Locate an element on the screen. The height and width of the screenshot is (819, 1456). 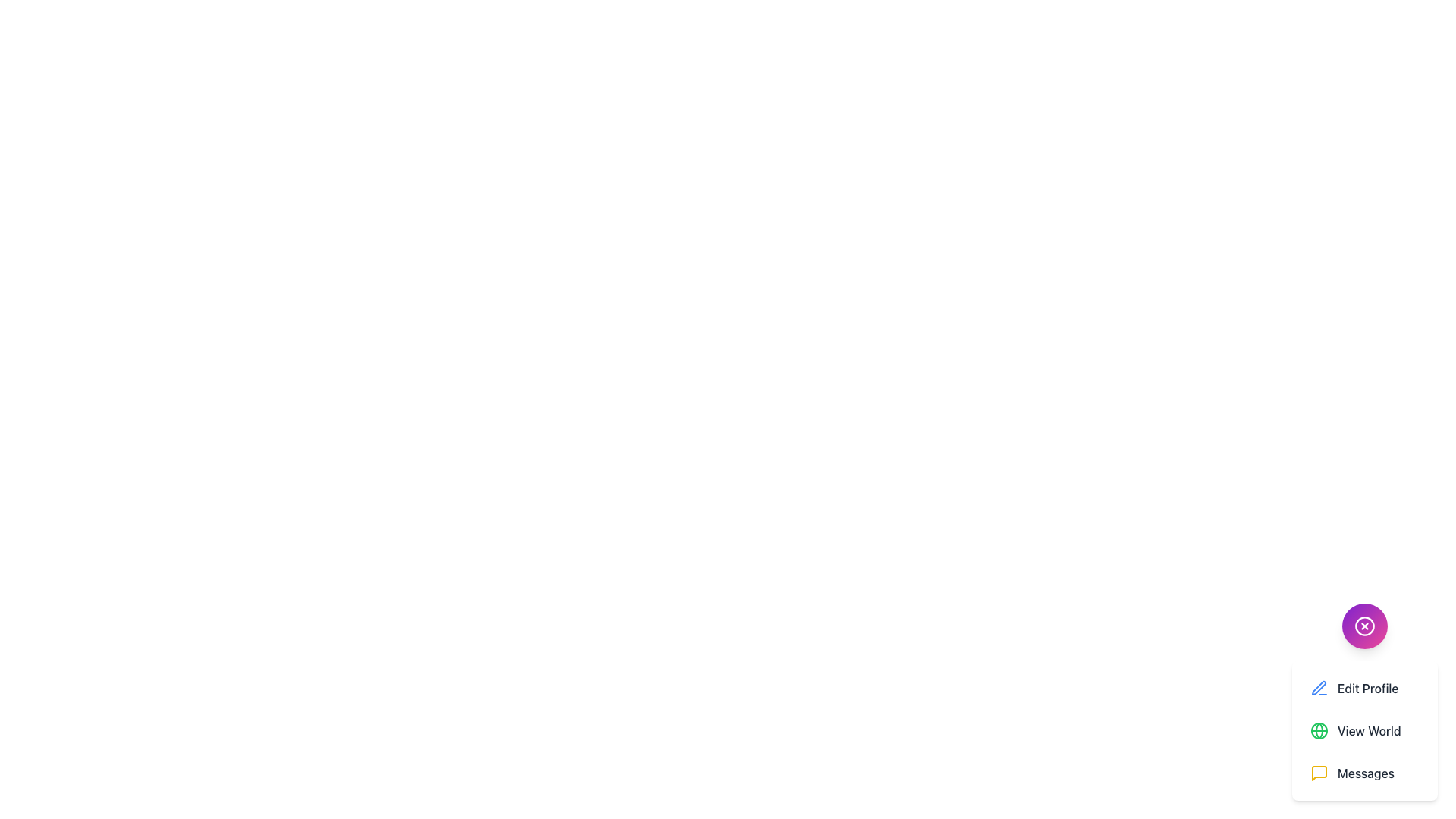
the text label displaying 'View World', which is the second item in the menu box below the circular button is located at coordinates (1369, 730).